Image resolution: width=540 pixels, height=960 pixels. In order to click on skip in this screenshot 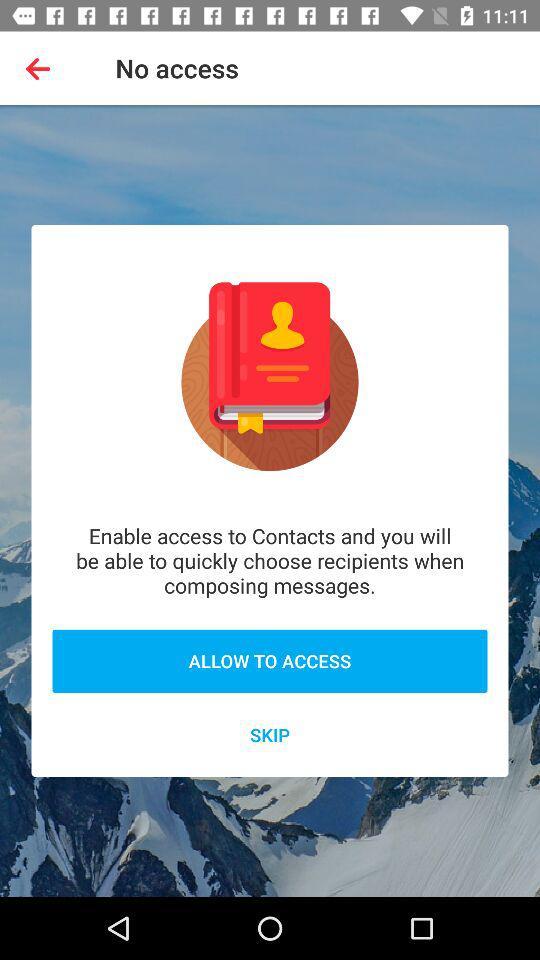, I will do `click(270, 733)`.